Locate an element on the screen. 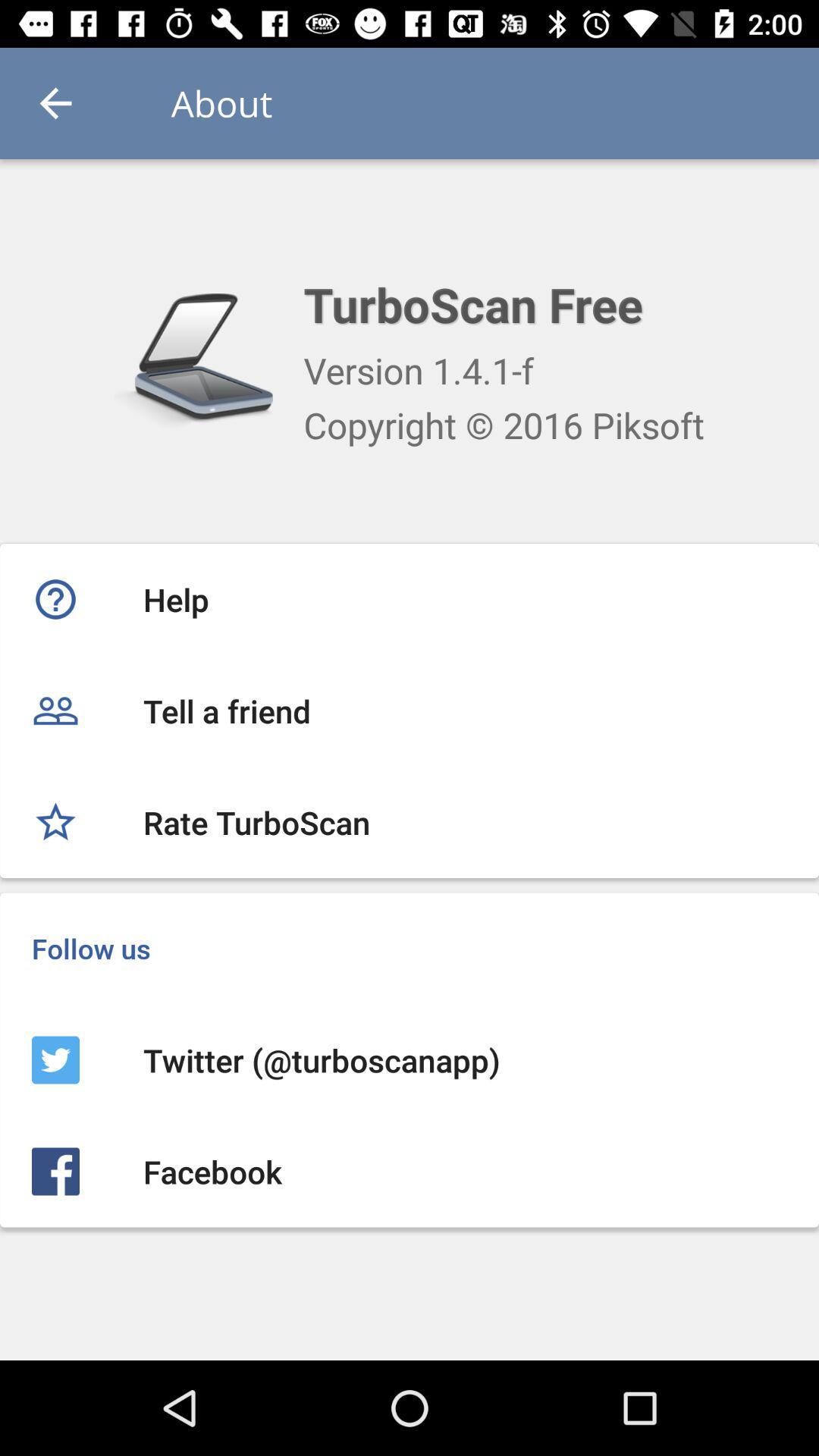 Image resolution: width=819 pixels, height=1456 pixels. rate turboscan item is located at coordinates (409, 821).